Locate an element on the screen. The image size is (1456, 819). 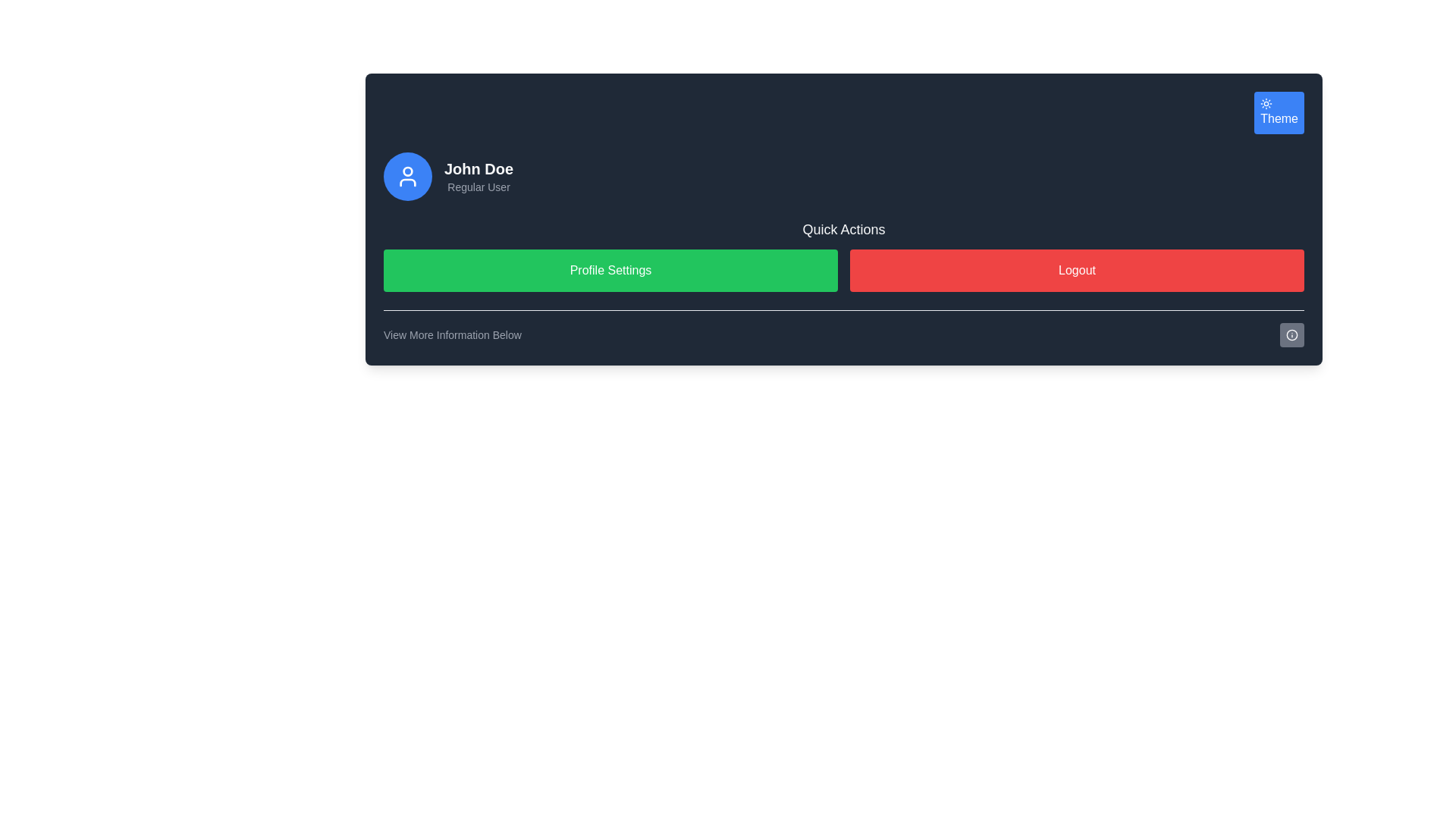
the circular profile icon representing the user's head, located to the left of the text 'John Doe' and 'Regular User' is located at coordinates (407, 171).